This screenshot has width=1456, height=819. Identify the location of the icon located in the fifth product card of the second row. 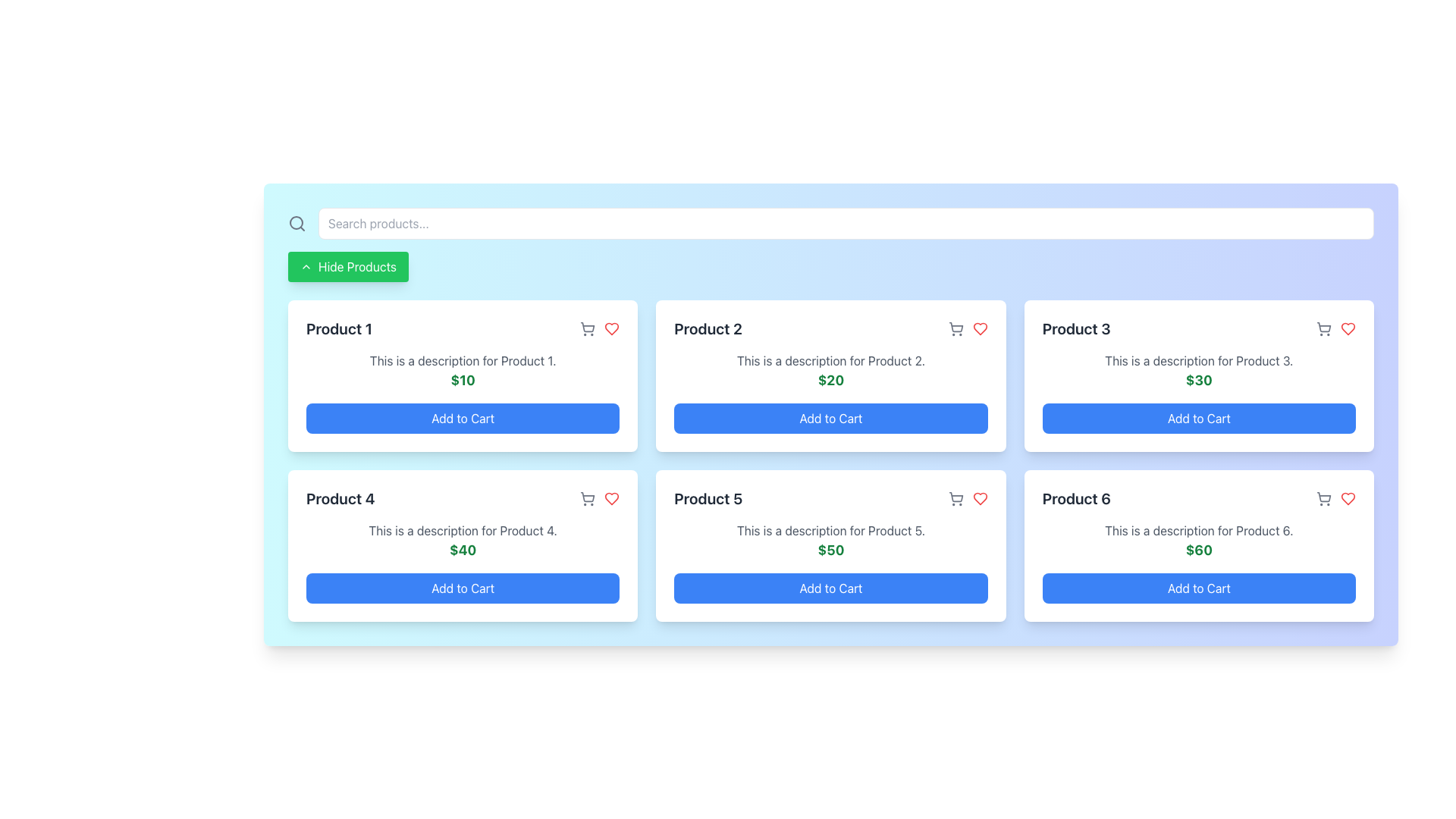
(954, 499).